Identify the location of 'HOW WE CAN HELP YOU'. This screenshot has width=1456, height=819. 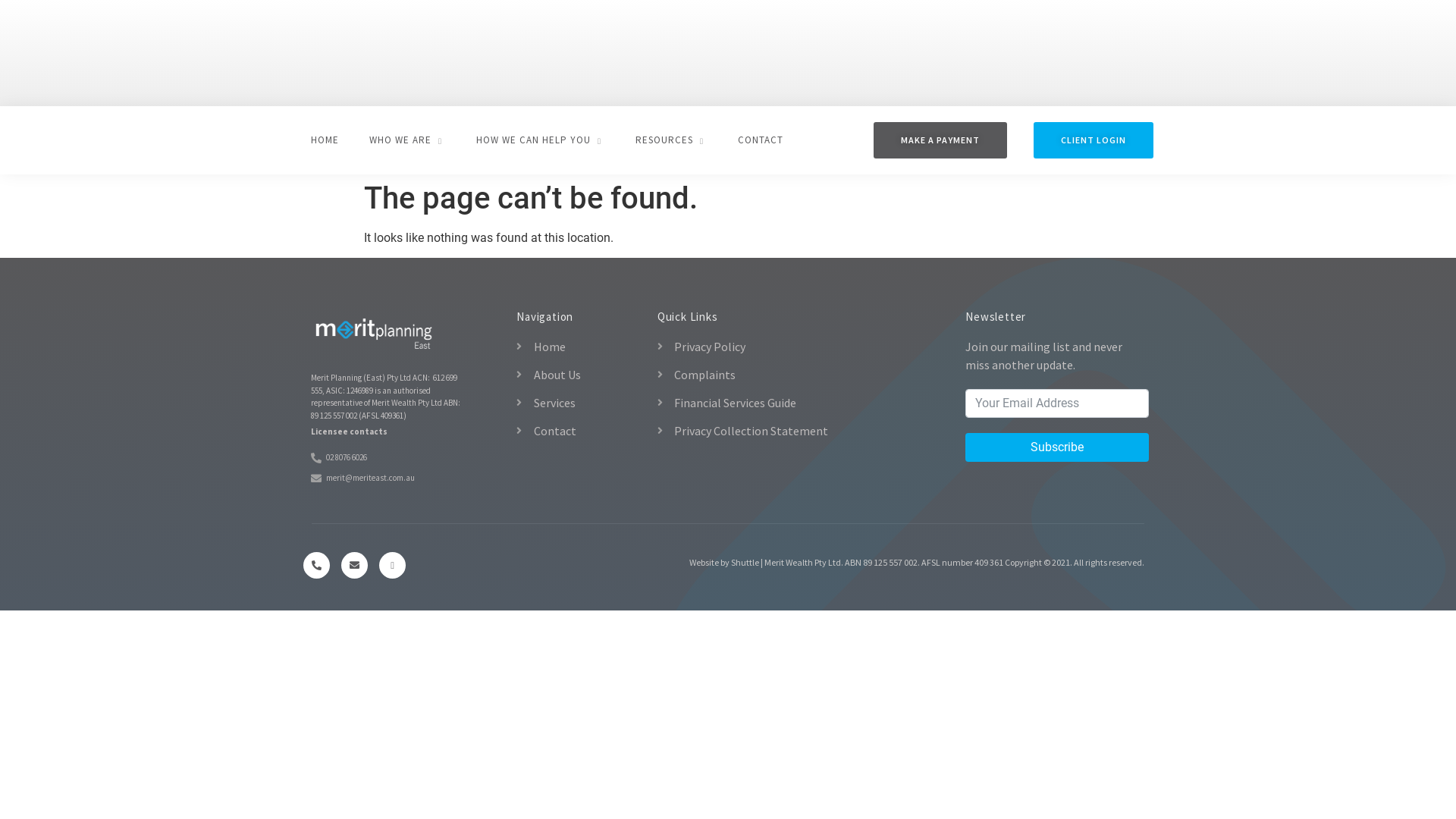
(541, 140).